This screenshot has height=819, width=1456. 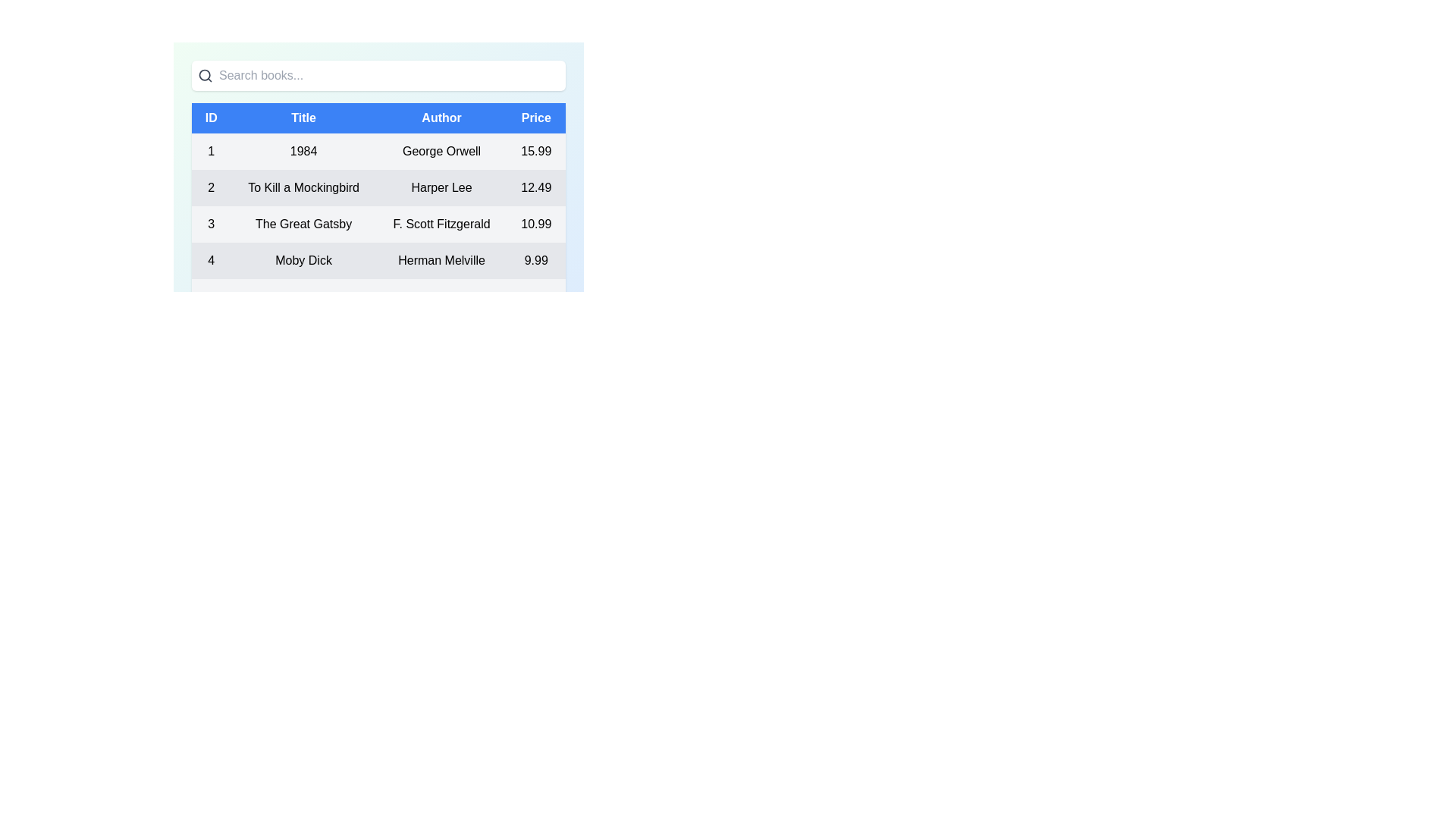 What do you see at coordinates (378, 187) in the screenshot?
I see `the second row of the table displaying details about a specific book` at bounding box center [378, 187].